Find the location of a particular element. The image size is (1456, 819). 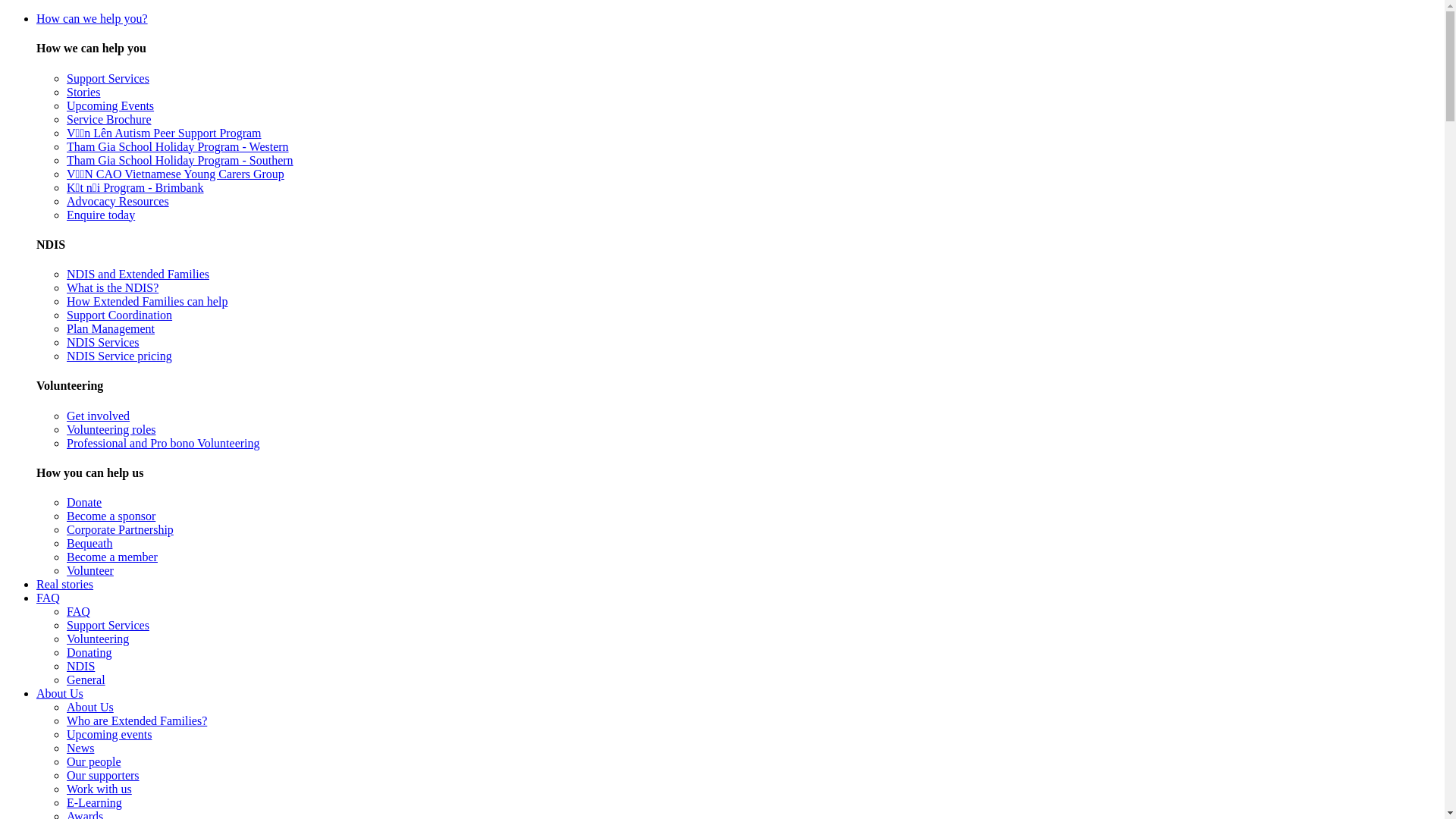

'What is the NDIS?' is located at coordinates (111, 287).